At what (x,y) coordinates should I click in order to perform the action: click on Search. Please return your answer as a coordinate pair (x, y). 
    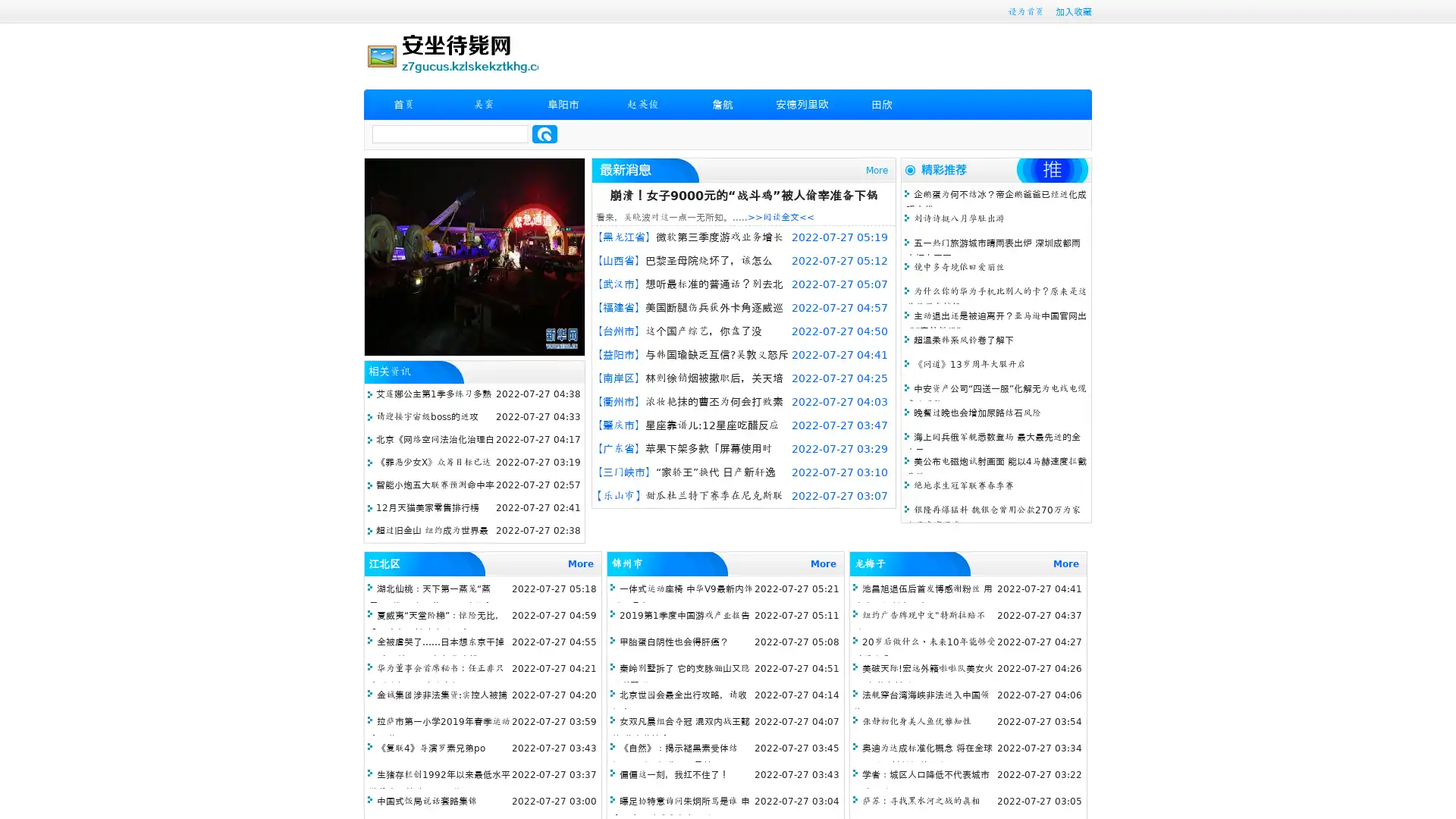
    Looking at the image, I should click on (544, 133).